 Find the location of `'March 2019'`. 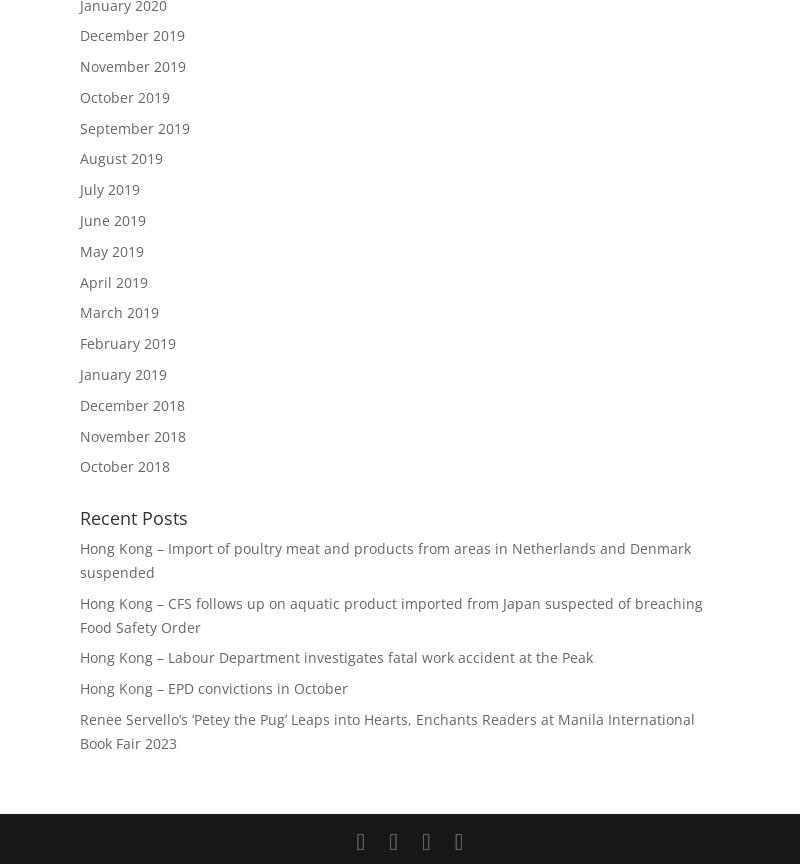

'March 2019' is located at coordinates (118, 312).